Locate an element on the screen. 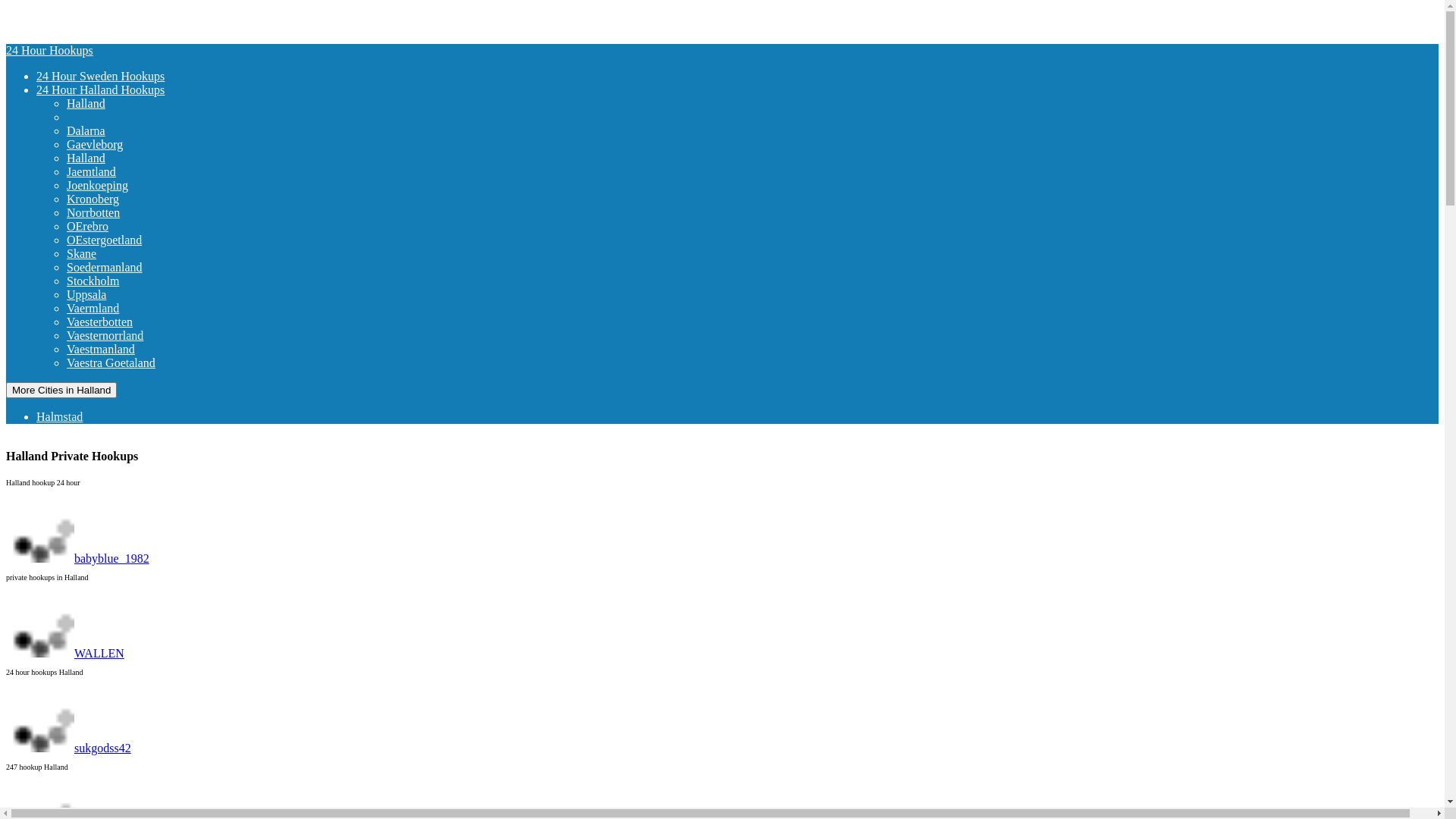  'OEstergoetland' is located at coordinates (130, 239).